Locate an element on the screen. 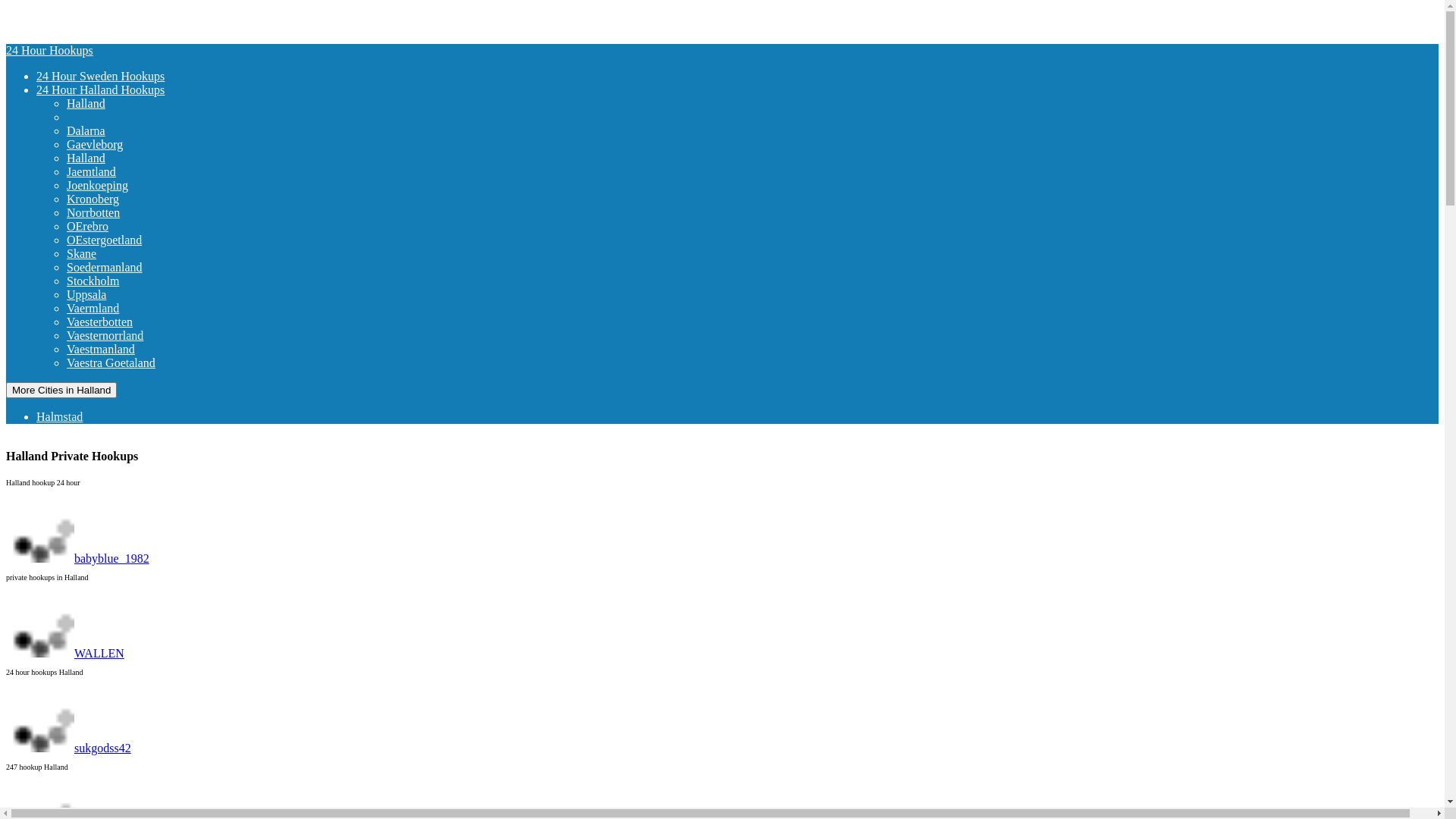  'OEstergoetland' is located at coordinates (130, 239).